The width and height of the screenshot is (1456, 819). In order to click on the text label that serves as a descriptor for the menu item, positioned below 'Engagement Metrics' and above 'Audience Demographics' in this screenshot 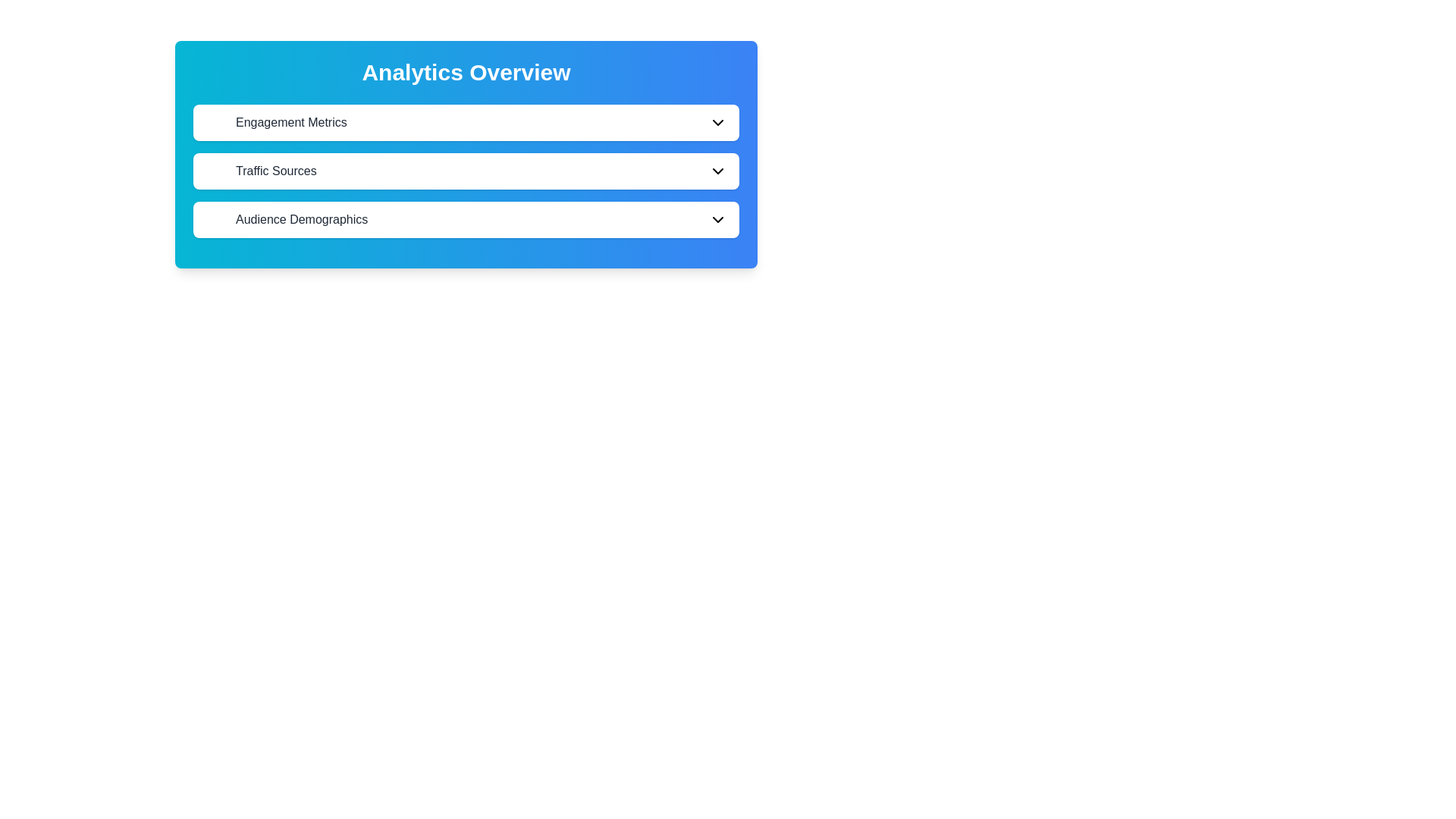, I will do `click(276, 171)`.